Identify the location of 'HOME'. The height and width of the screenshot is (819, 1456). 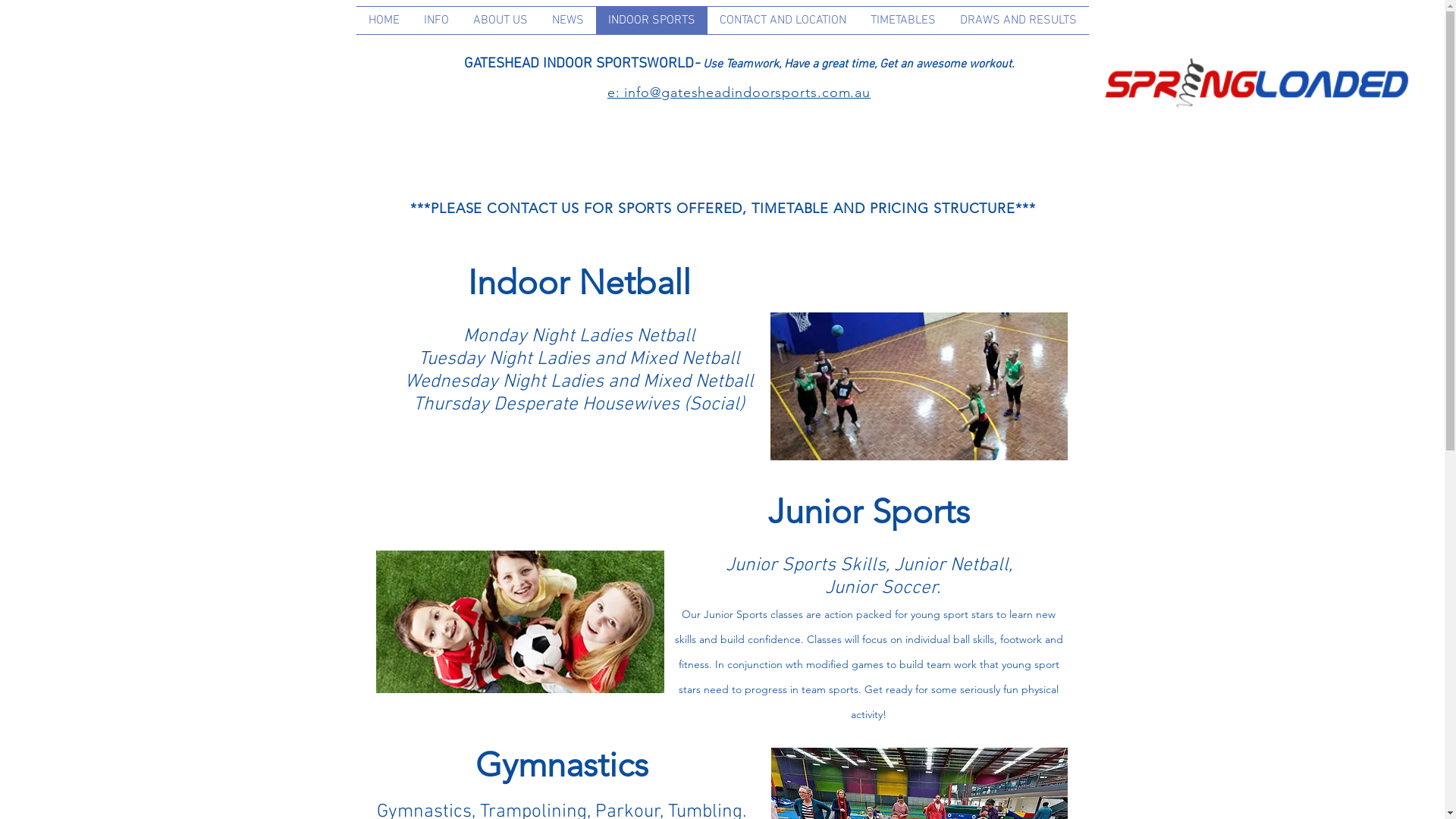
(384, 20).